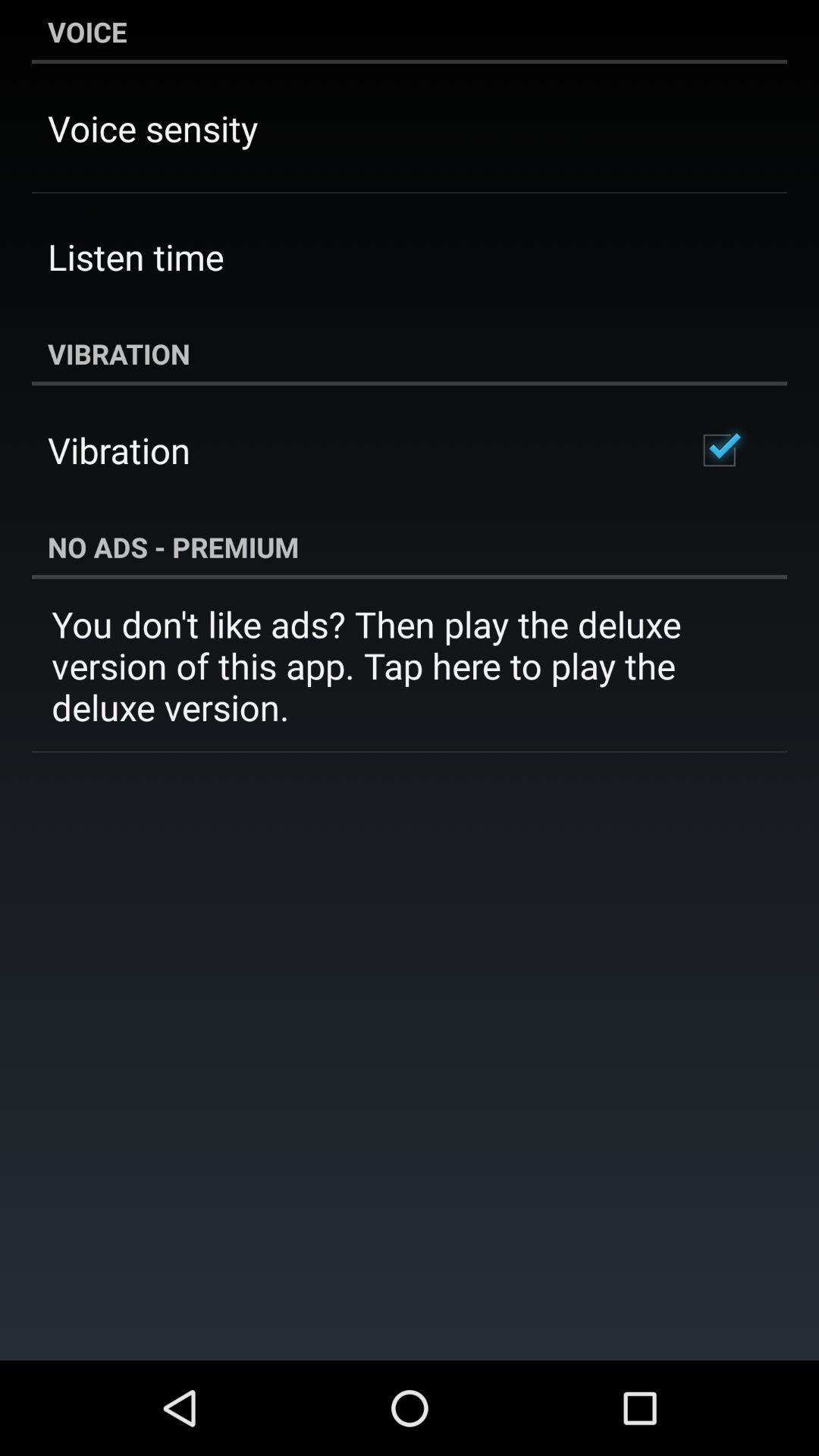  What do you see at coordinates (409, 546) in the screenshot?
I see `the no ads - premium icon` at bounding box center [409, 546].